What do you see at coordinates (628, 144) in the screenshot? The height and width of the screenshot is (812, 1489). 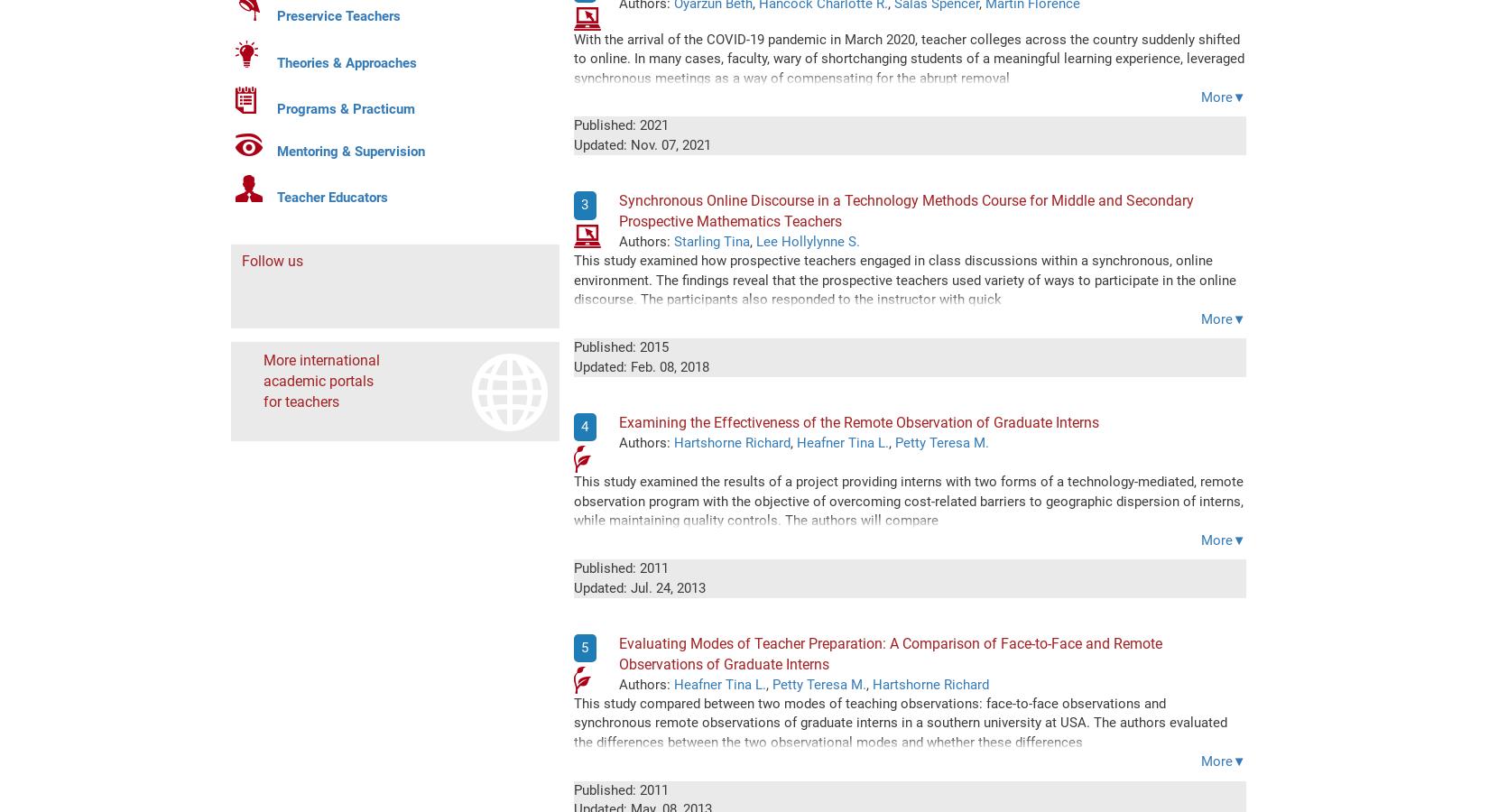 I see `'Nov. 07, 2021'` at bounding box center [628, 144].